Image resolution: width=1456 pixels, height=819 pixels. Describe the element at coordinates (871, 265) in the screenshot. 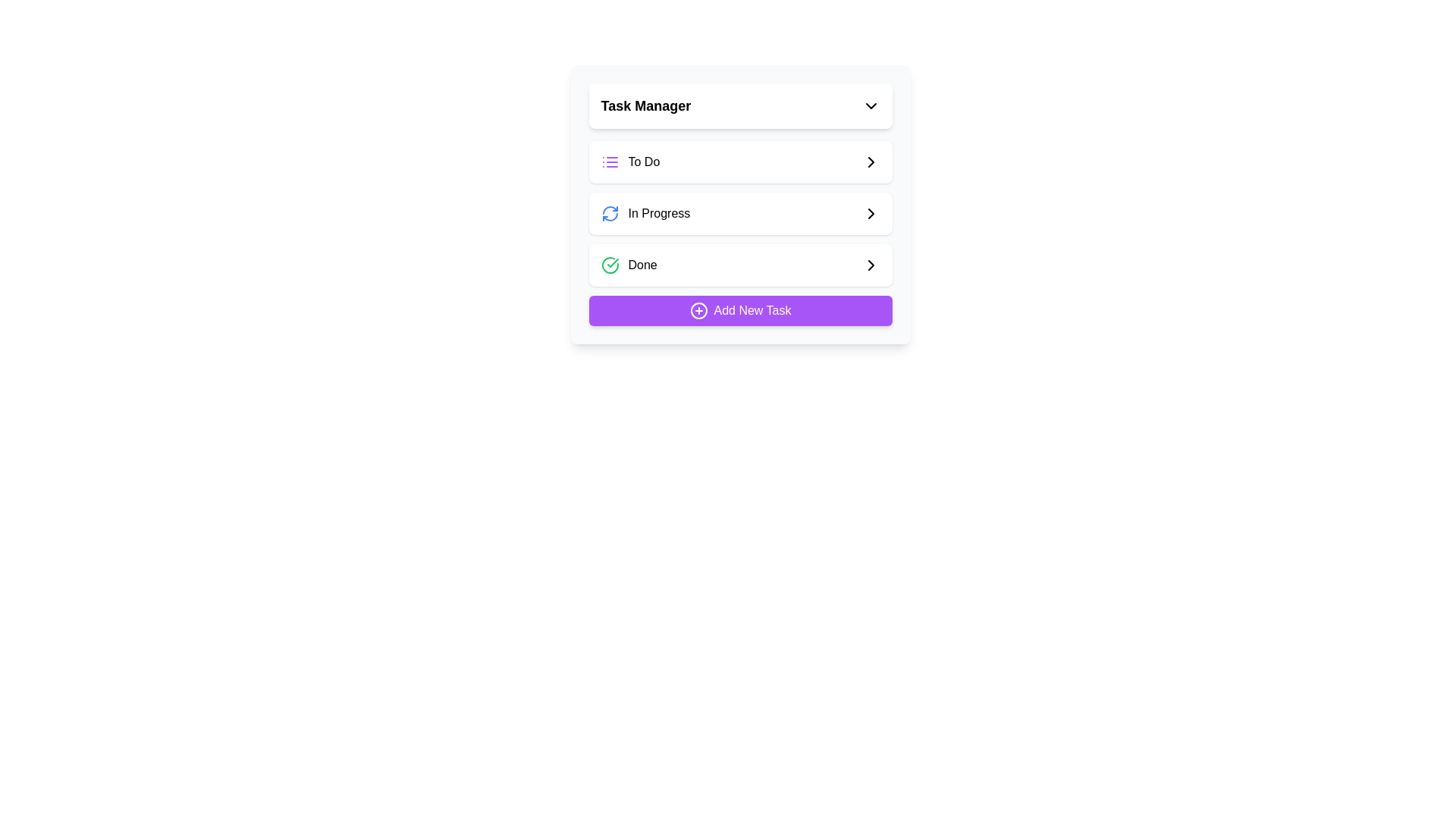

I see `the Chevron icon located to the far right of the 'Done' label in the third row of the vertical list` at that location.